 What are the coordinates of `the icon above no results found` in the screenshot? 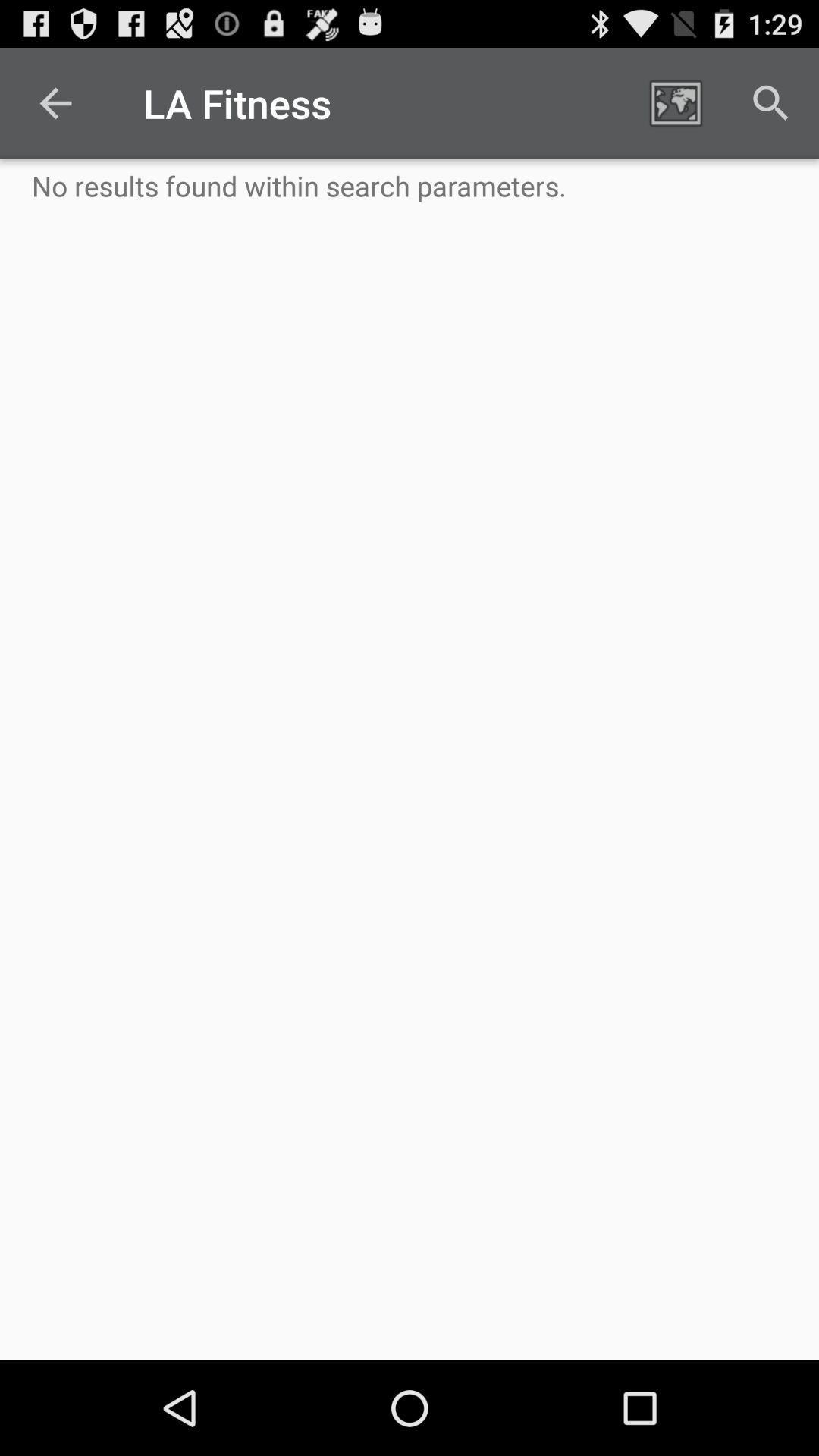 It's located at (55, 102).